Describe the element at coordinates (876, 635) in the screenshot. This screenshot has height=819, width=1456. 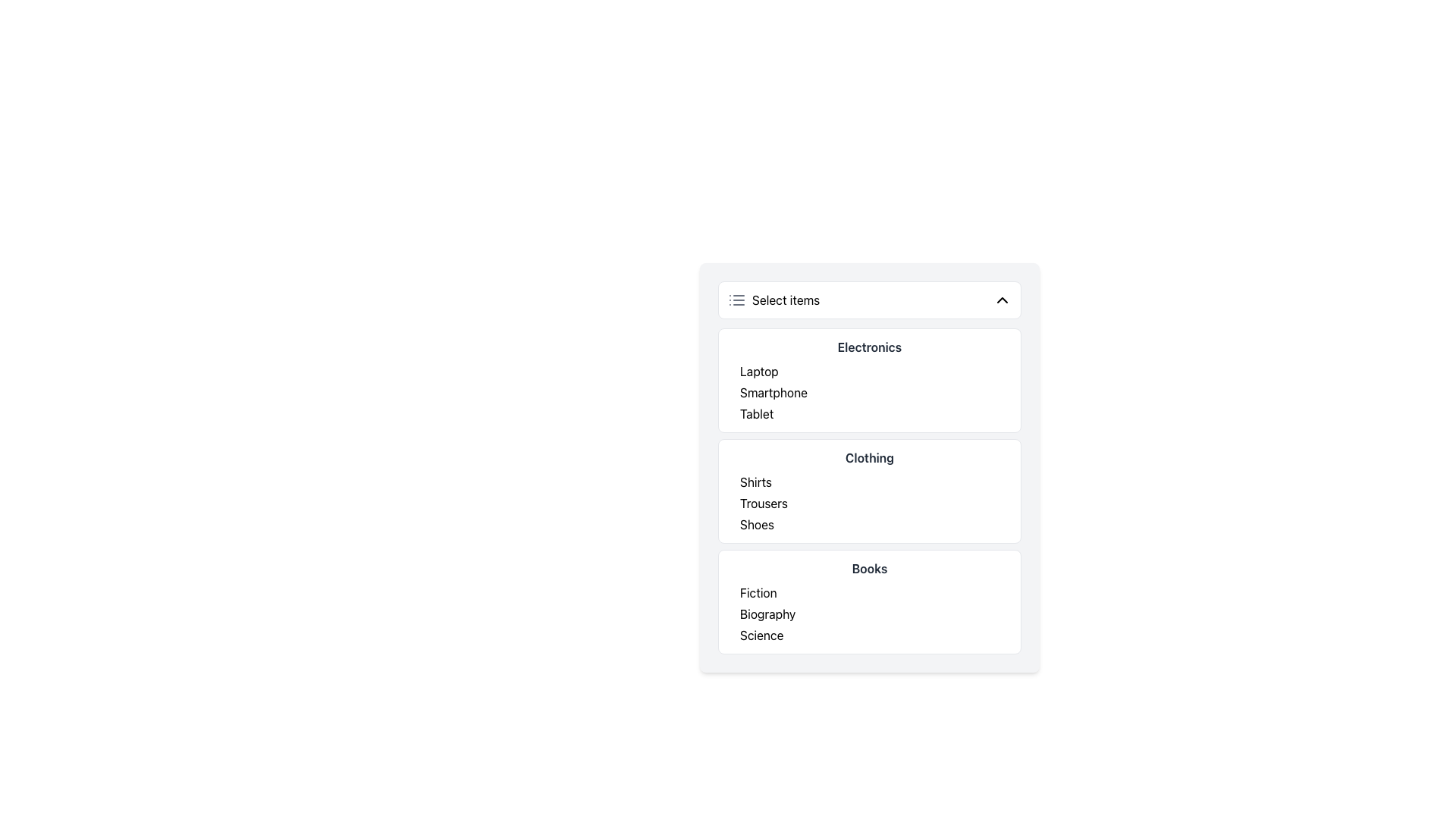
I see `the third item in the 'Books' category, which allows users to filter or view content related to 'Science'` at that location.